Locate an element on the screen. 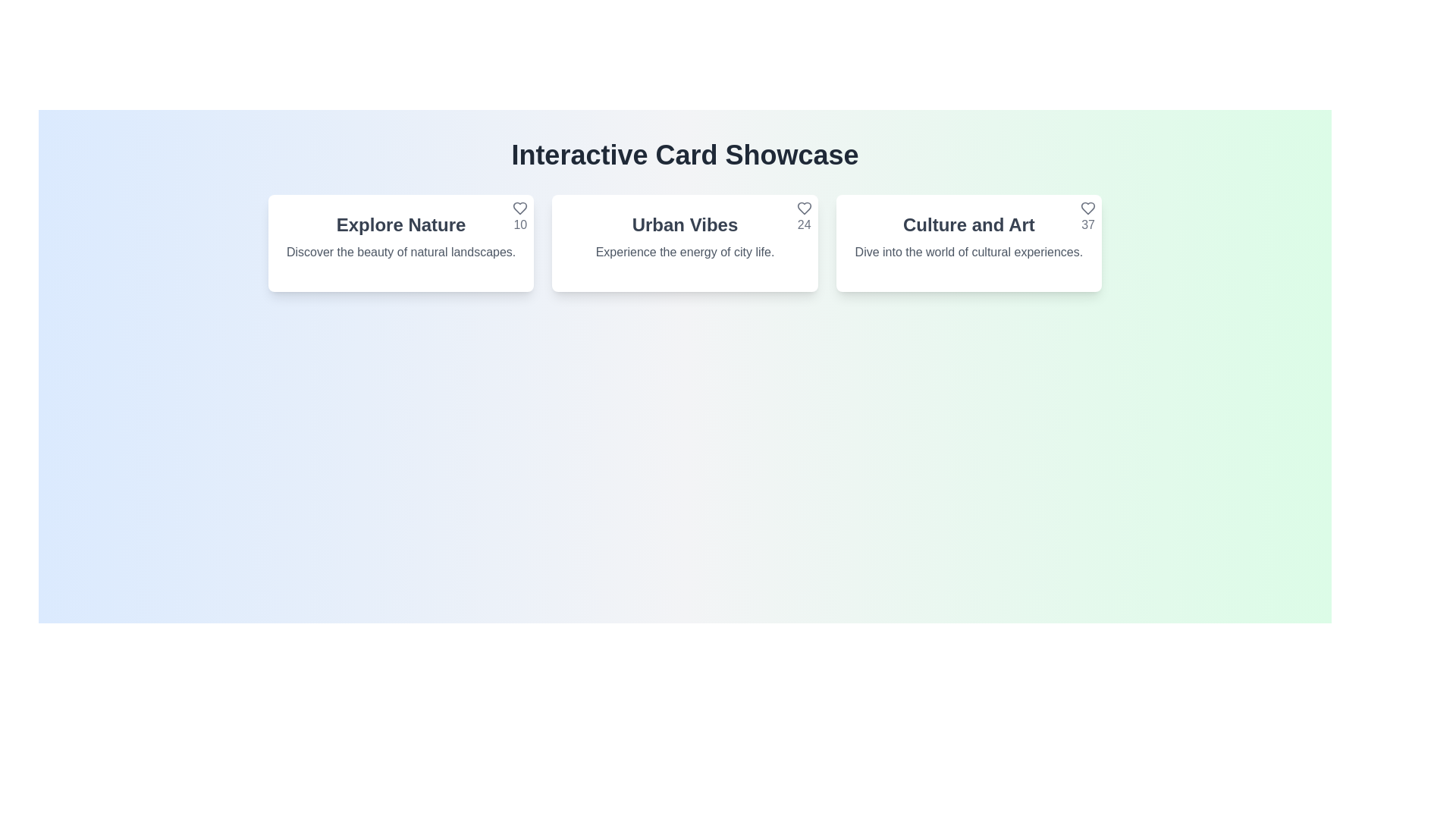 This screenshot has height=819, width=1456. the title text component at the top of the card, which summarizes the card's content and draws user attention is located at coordinates (401, 225).